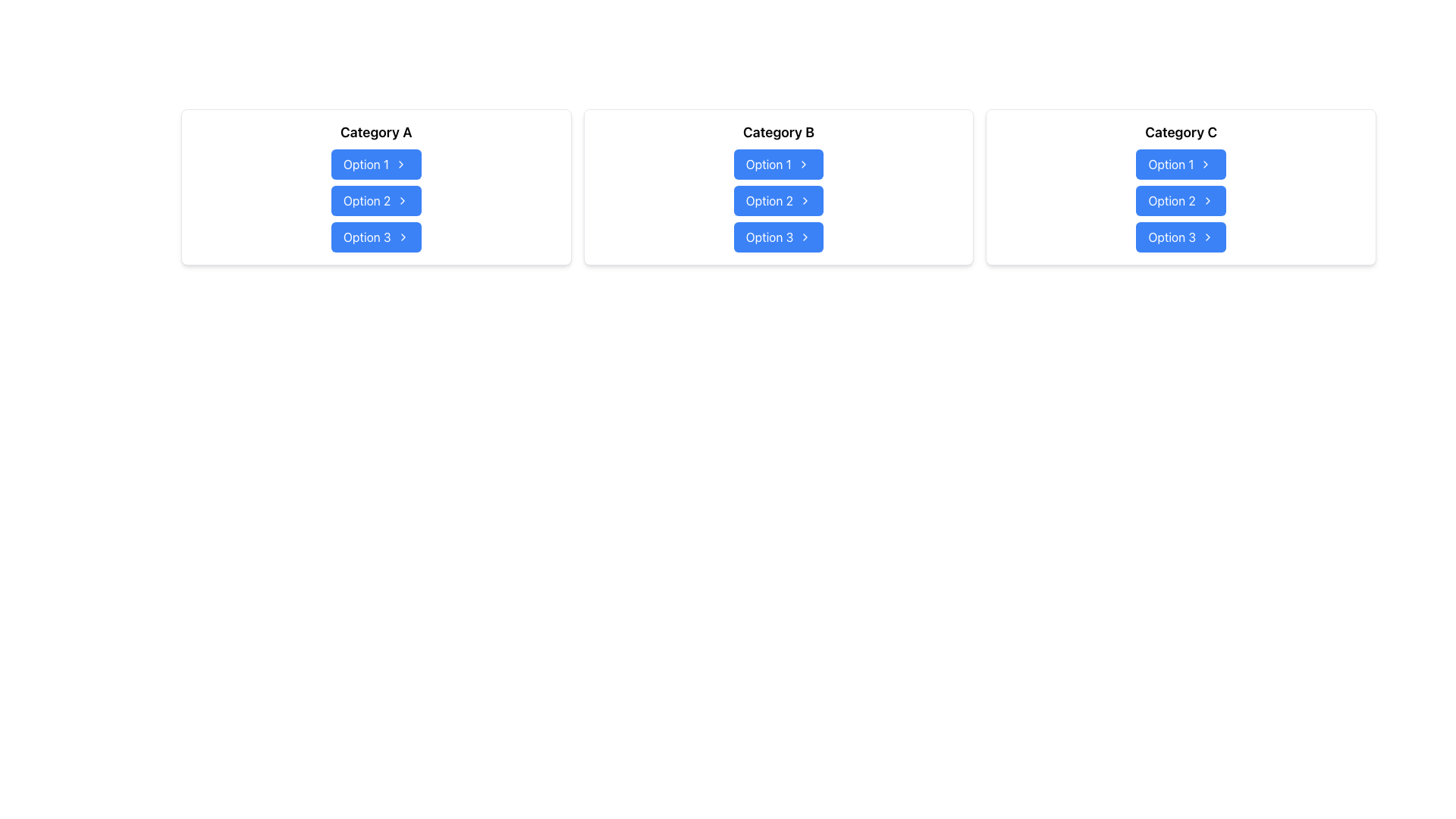 The height and width of the screenshot is (819, 1456). What do you see at coordinates (376, 131) in the screenshot?
I see `the Text Label that serves as a title or header in the top-left card of a bordered, shadowed, white box` at bounding box center [376, 131].